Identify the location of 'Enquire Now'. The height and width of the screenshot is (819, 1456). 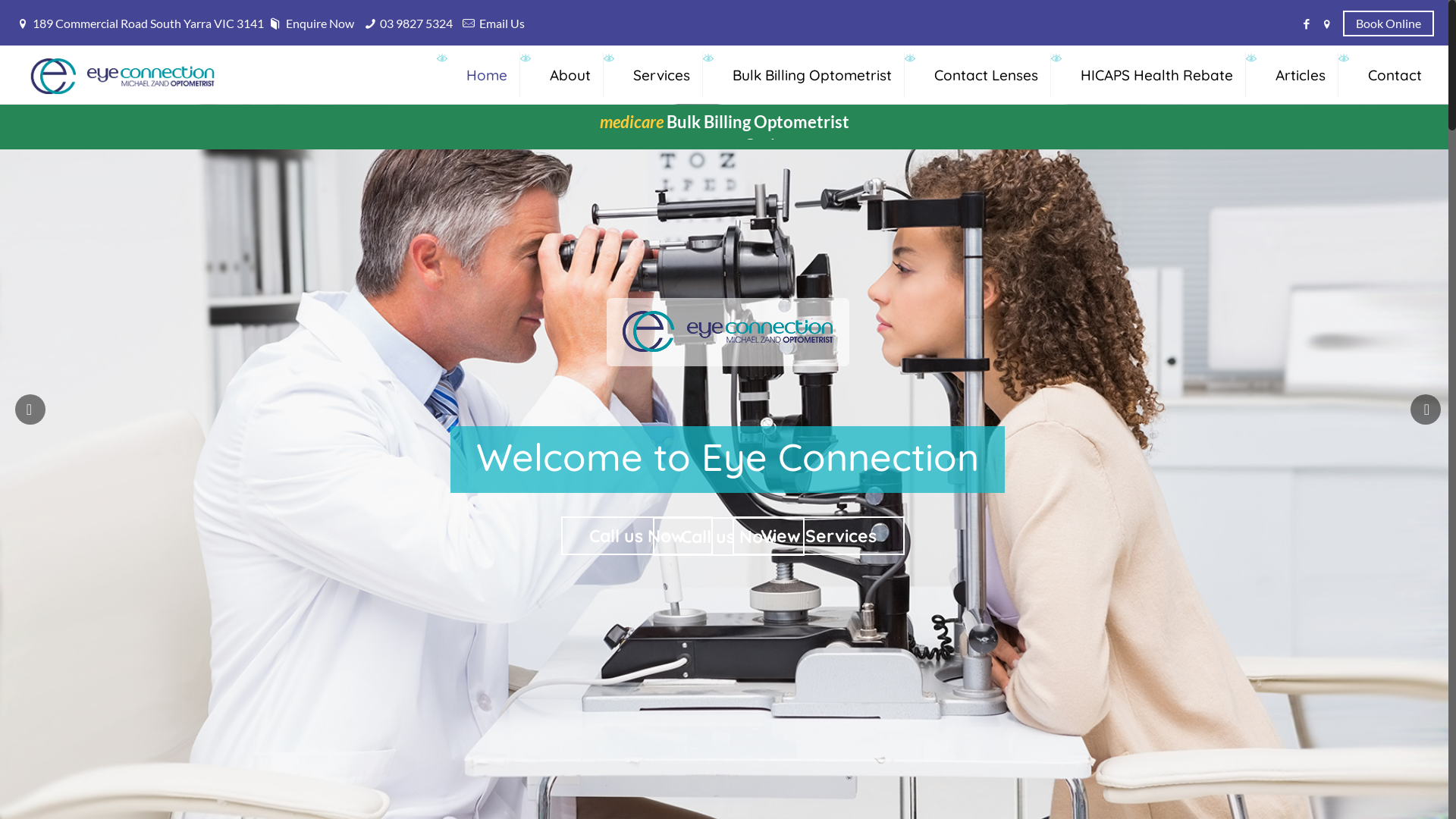
(265, 23).